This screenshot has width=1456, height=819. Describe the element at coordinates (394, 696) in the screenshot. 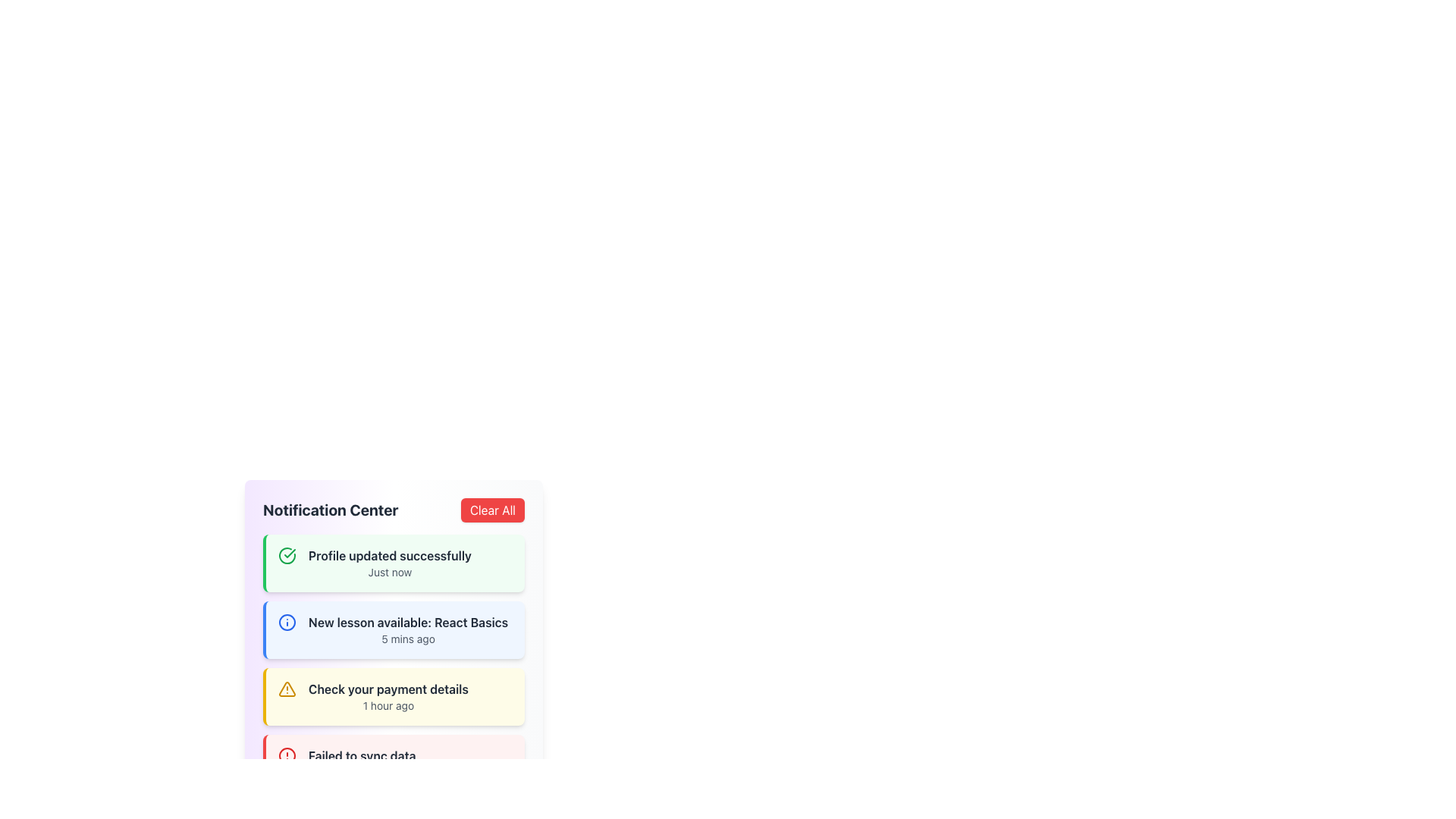

I see `notification message from the third notification card in the Notification Center, which alerts the user to check their payment details` at that location.